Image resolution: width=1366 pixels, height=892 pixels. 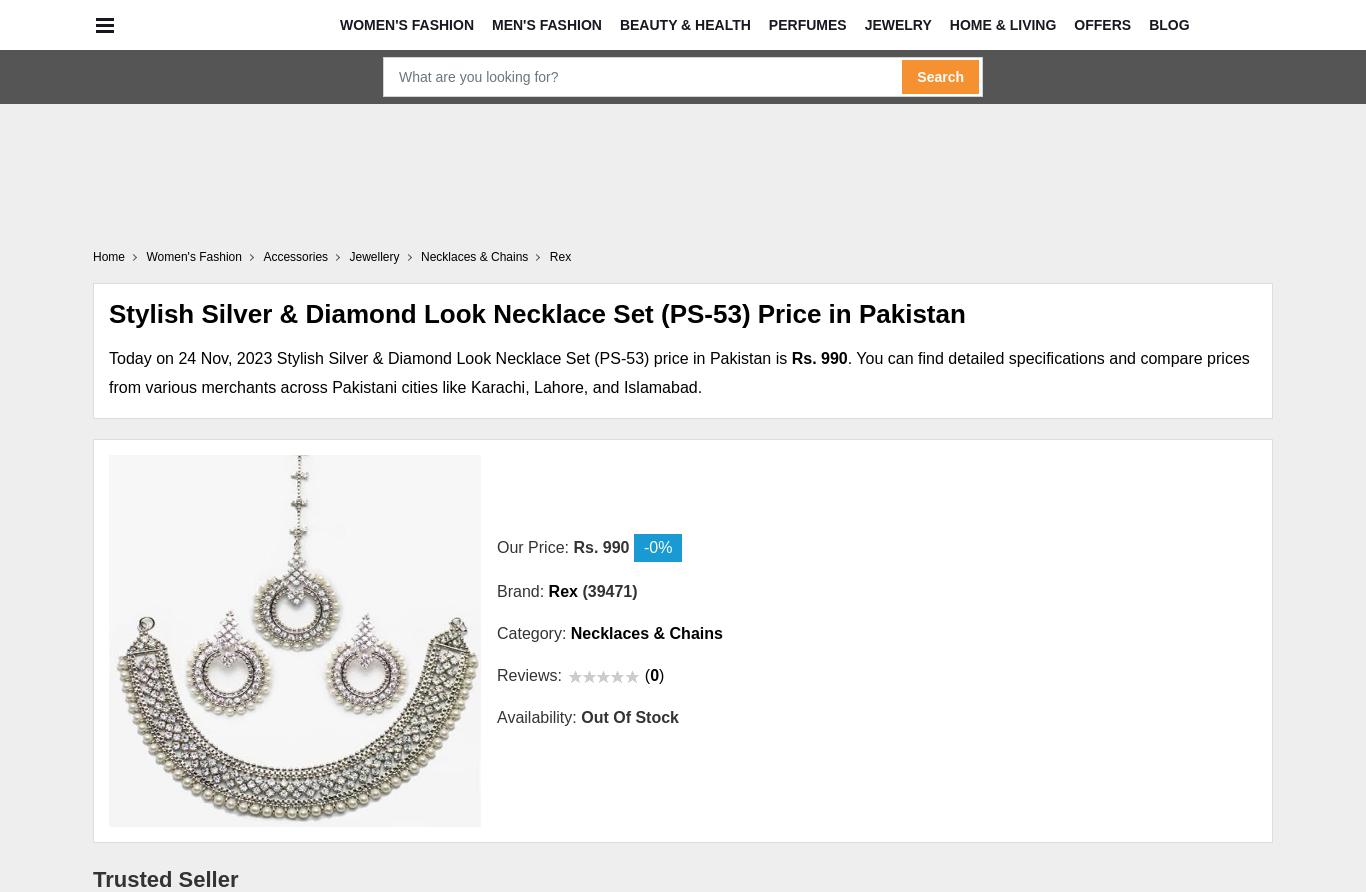 I want to click on 'Brand:', so click(x=496, y=589).